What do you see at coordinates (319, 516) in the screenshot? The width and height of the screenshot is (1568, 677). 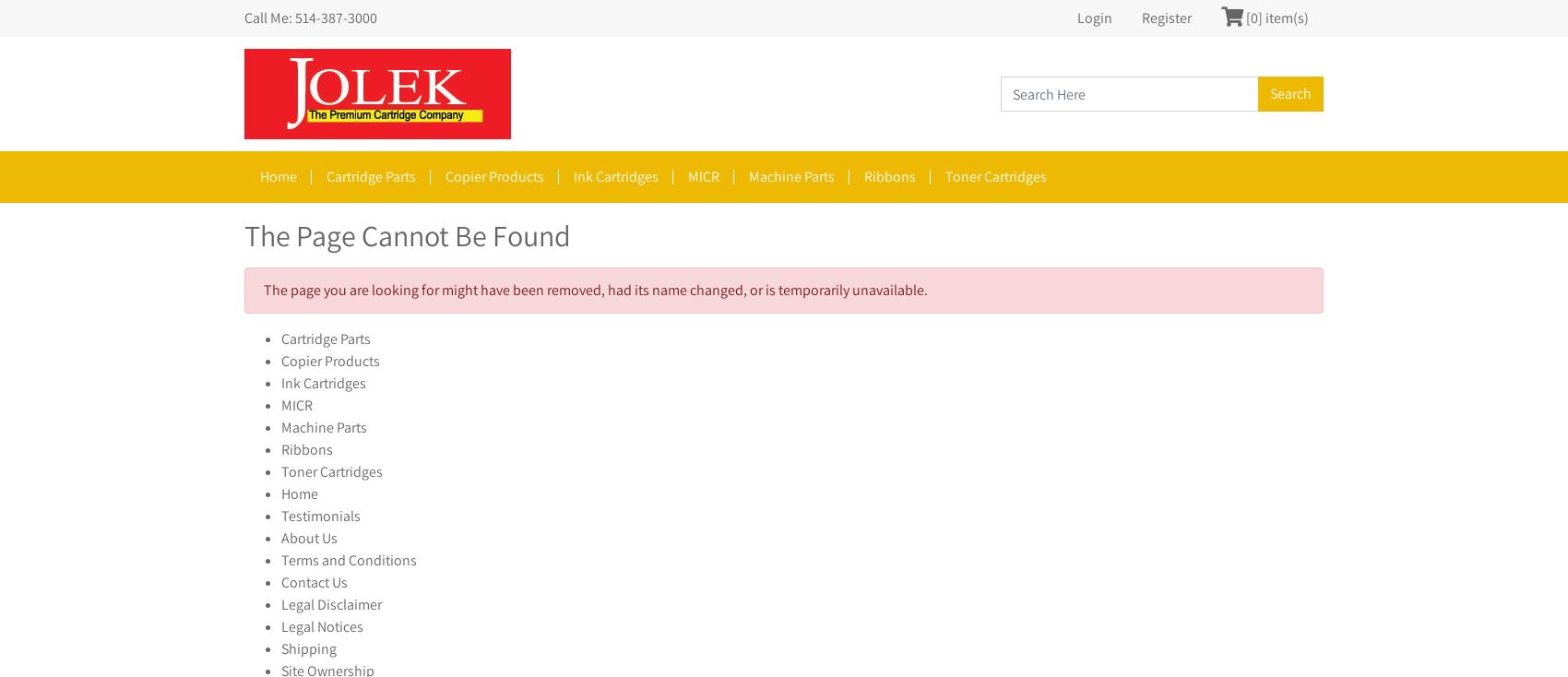 I see `'Testimonials'` at bounding box center [319, 516].